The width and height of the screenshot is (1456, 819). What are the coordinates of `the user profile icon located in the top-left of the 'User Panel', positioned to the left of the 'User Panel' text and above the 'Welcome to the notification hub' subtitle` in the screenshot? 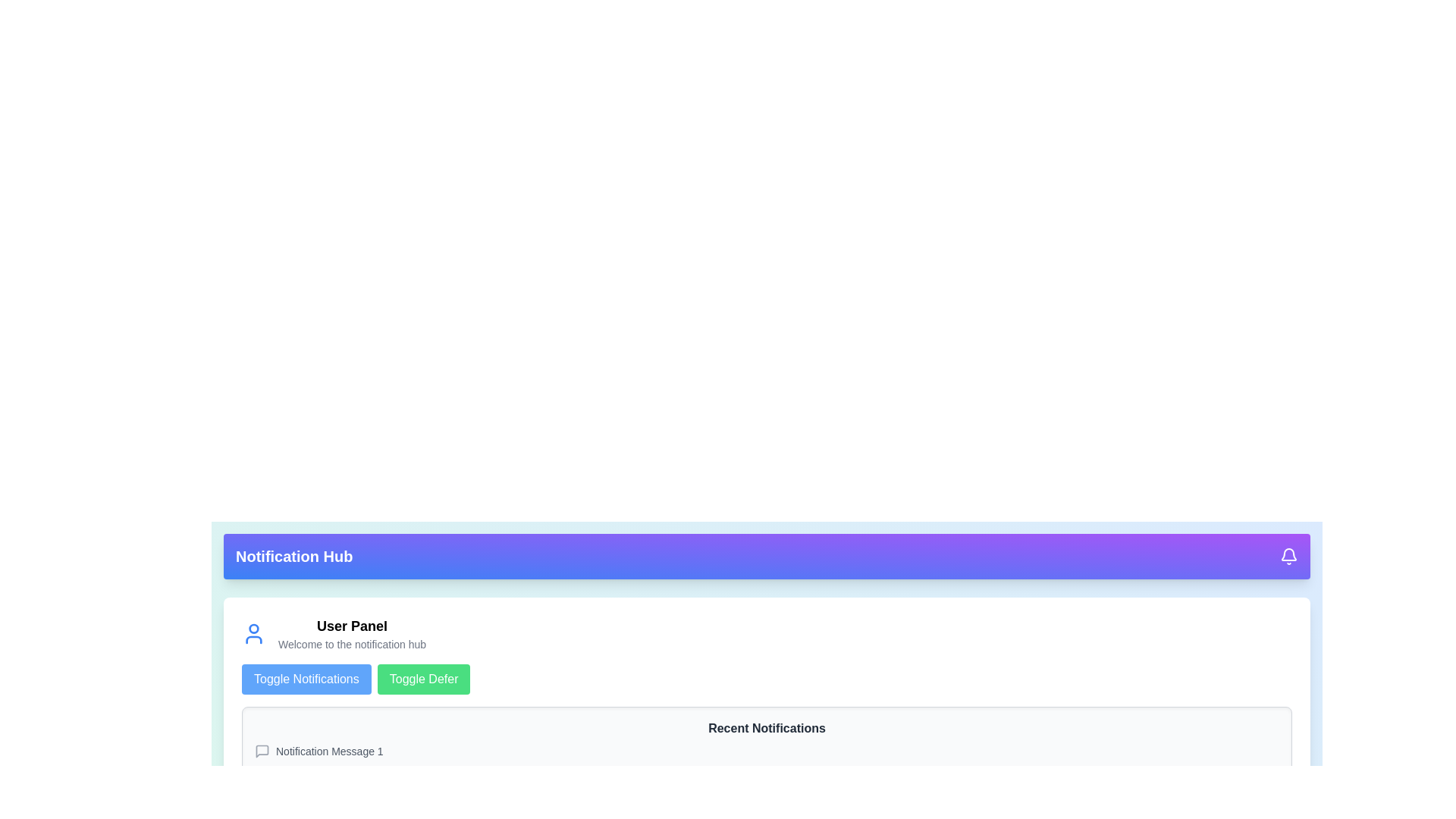 It's located at (254, 634).